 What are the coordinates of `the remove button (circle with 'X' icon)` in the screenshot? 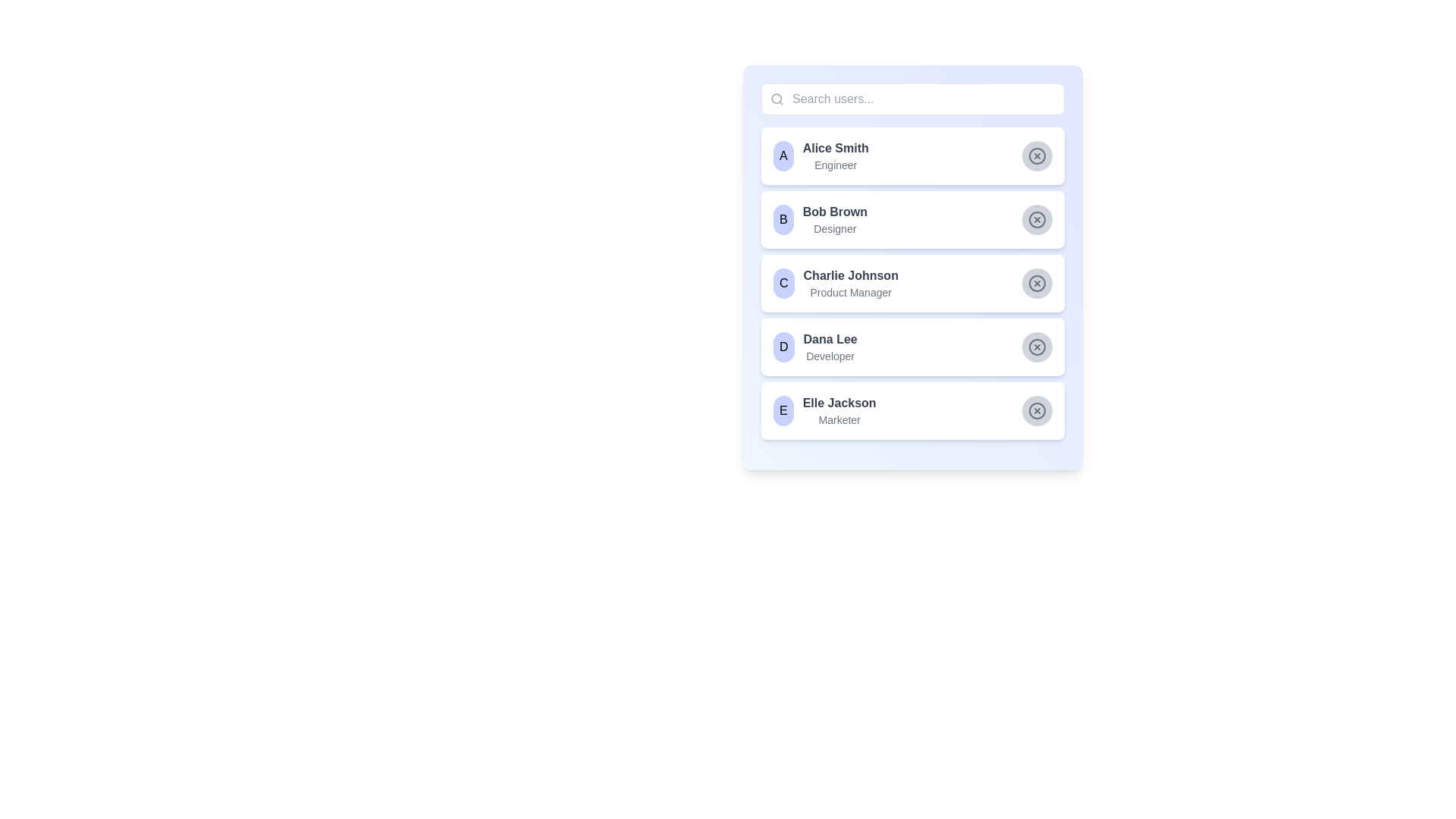 It's located at (1037, 284).